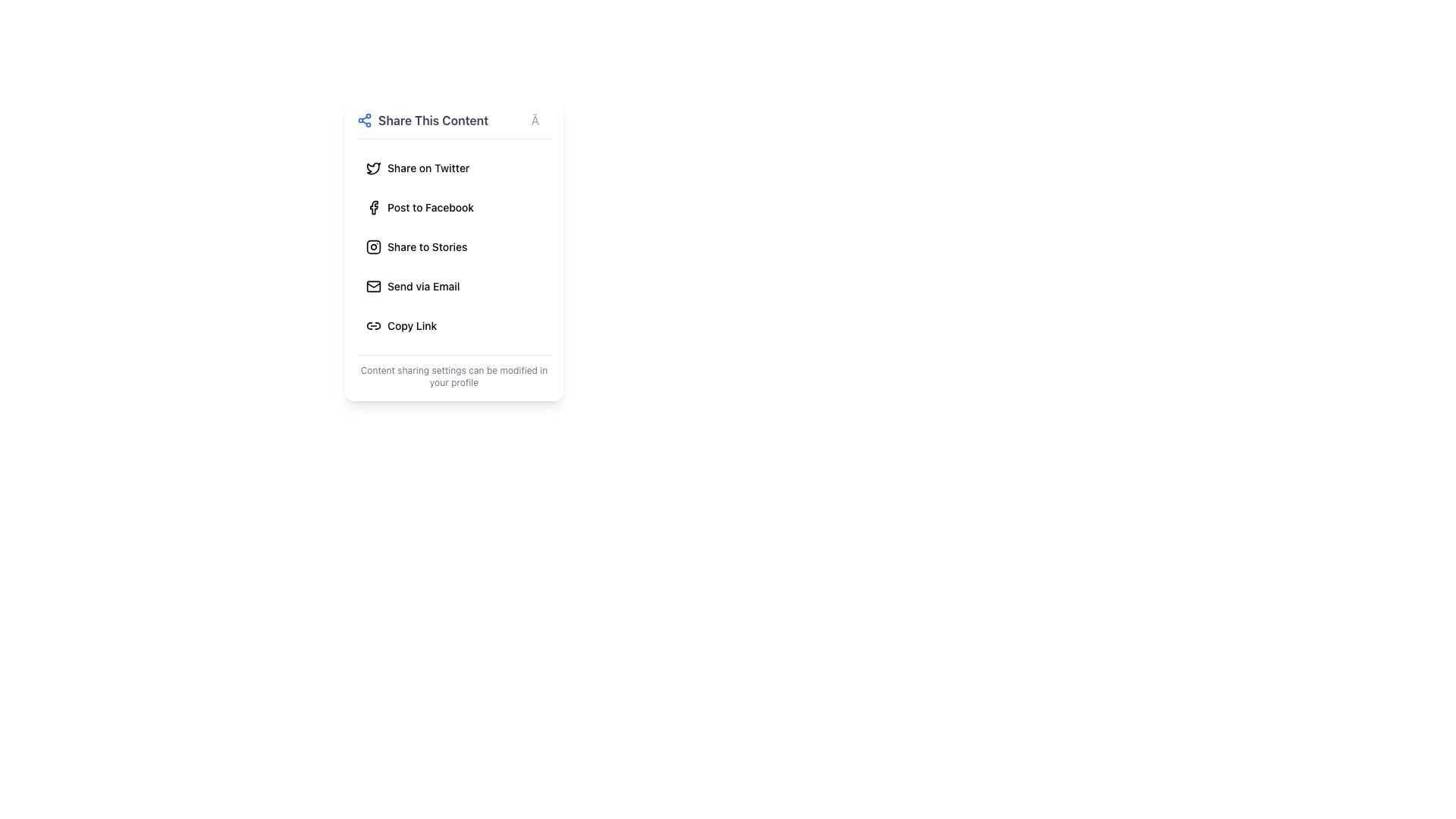 The width and height of the screenshot is (1456, 819). I want to click on the camera icon located to the left of the text 'Share to Stories' in the horizontal menu, so click(374, 246).